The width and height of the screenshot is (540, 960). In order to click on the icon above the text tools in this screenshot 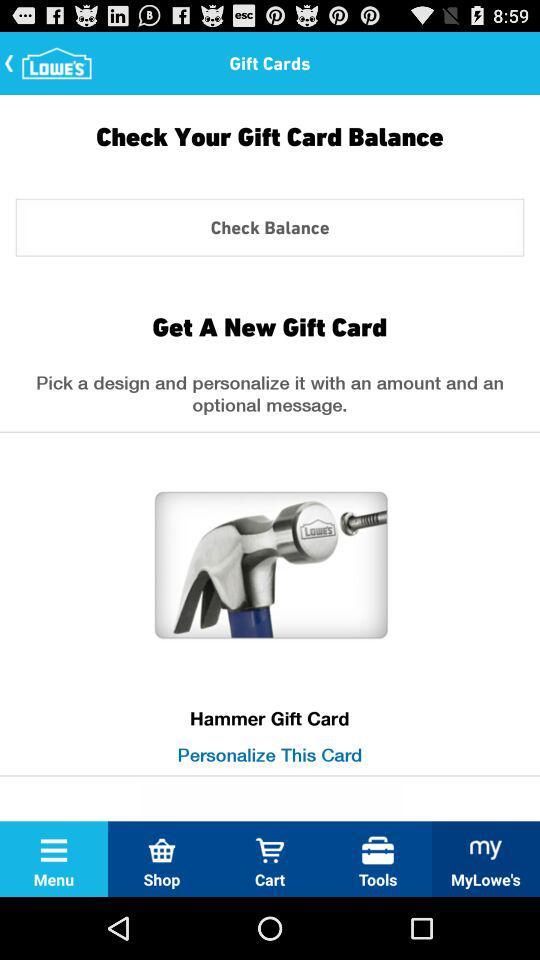, I will do `click(378, 849)`.